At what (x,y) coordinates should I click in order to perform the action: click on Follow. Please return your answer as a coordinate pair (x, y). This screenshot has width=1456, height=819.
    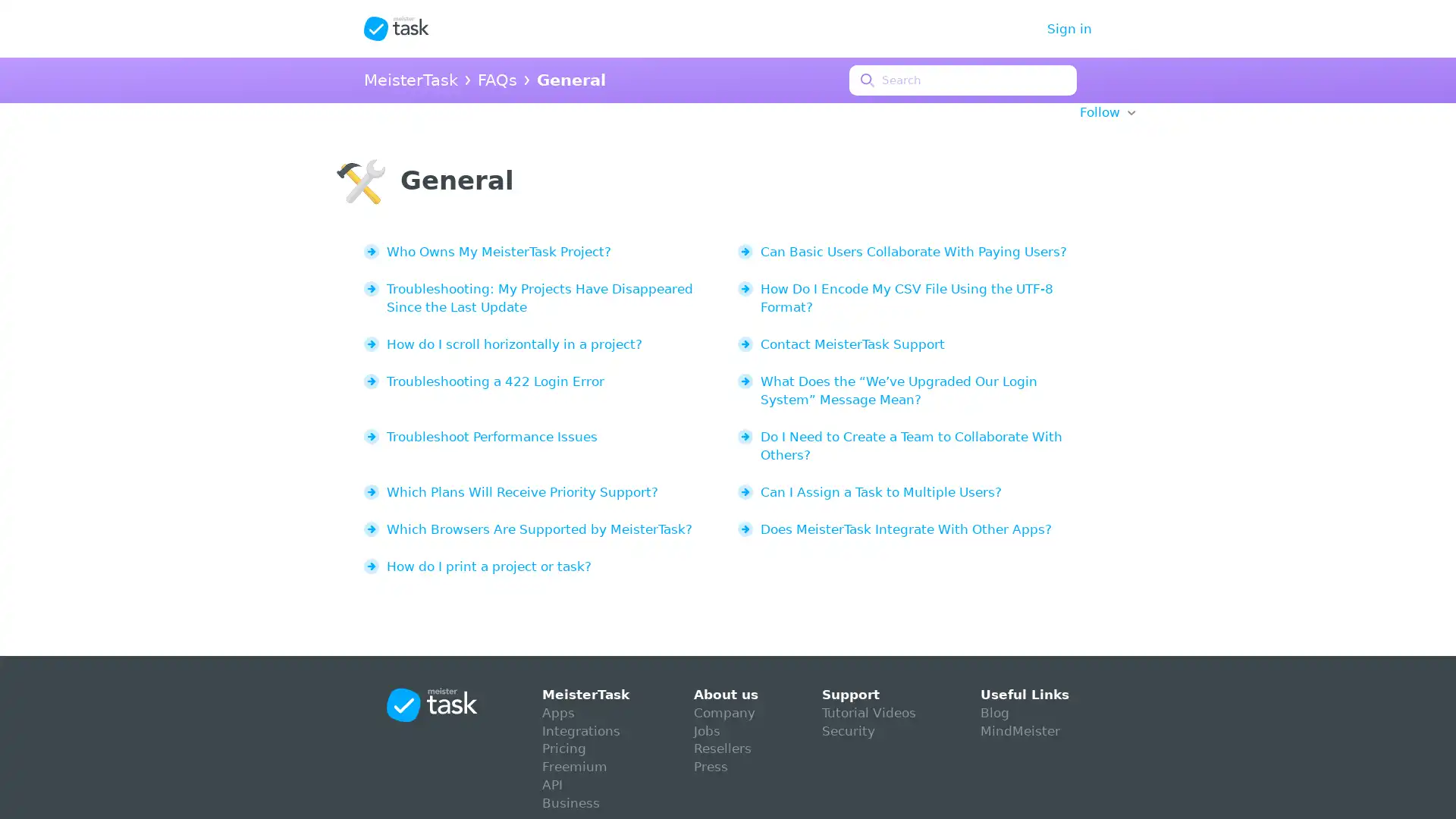
    Looking at the image, I should click on (1106, 111).